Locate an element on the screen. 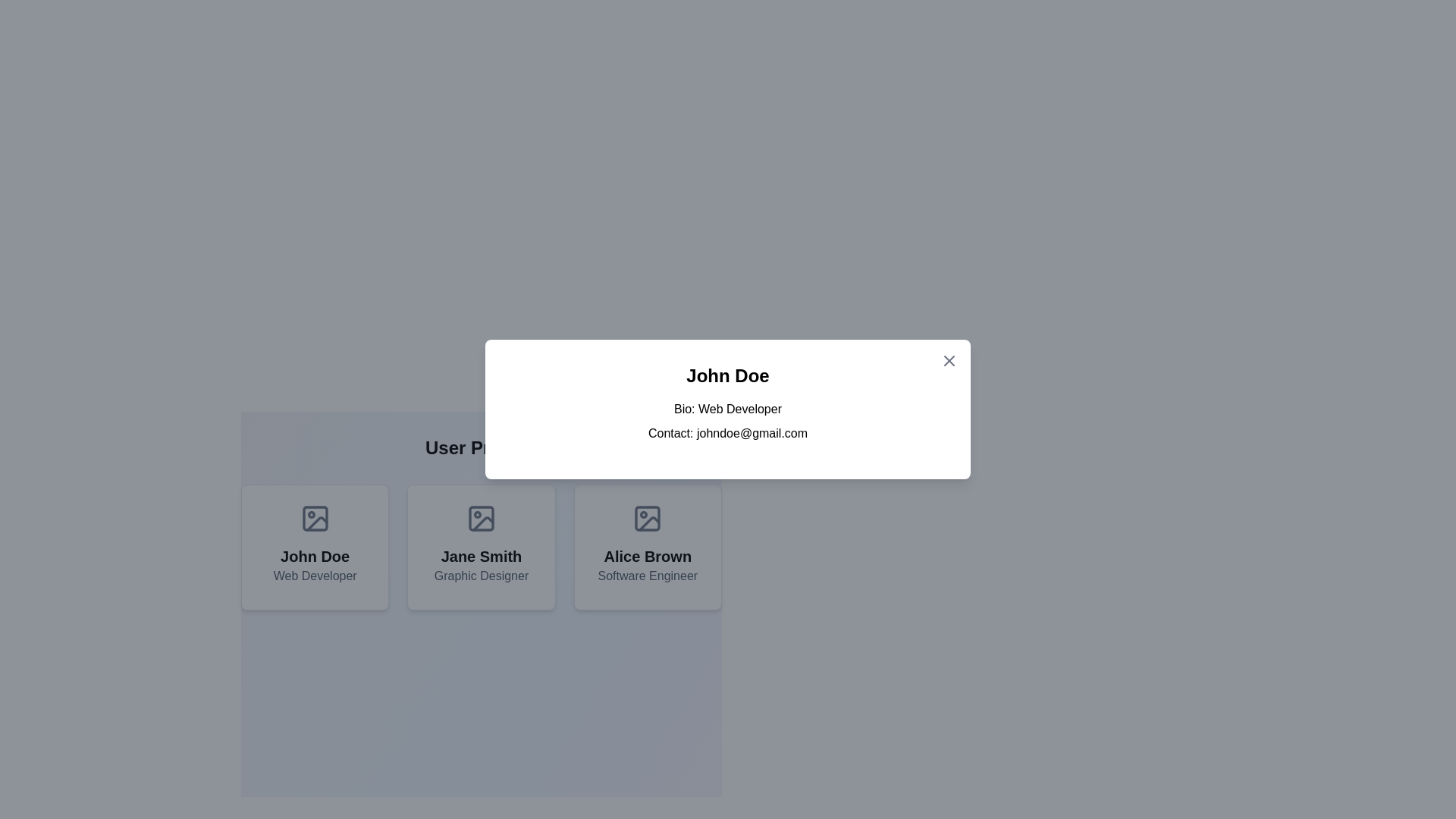 The height and width of the screenshot is (819, 1456). the profile card representing 'Jane Smith', which is the second card in a grid of three user profile cards is located at coordinates (480, 595).